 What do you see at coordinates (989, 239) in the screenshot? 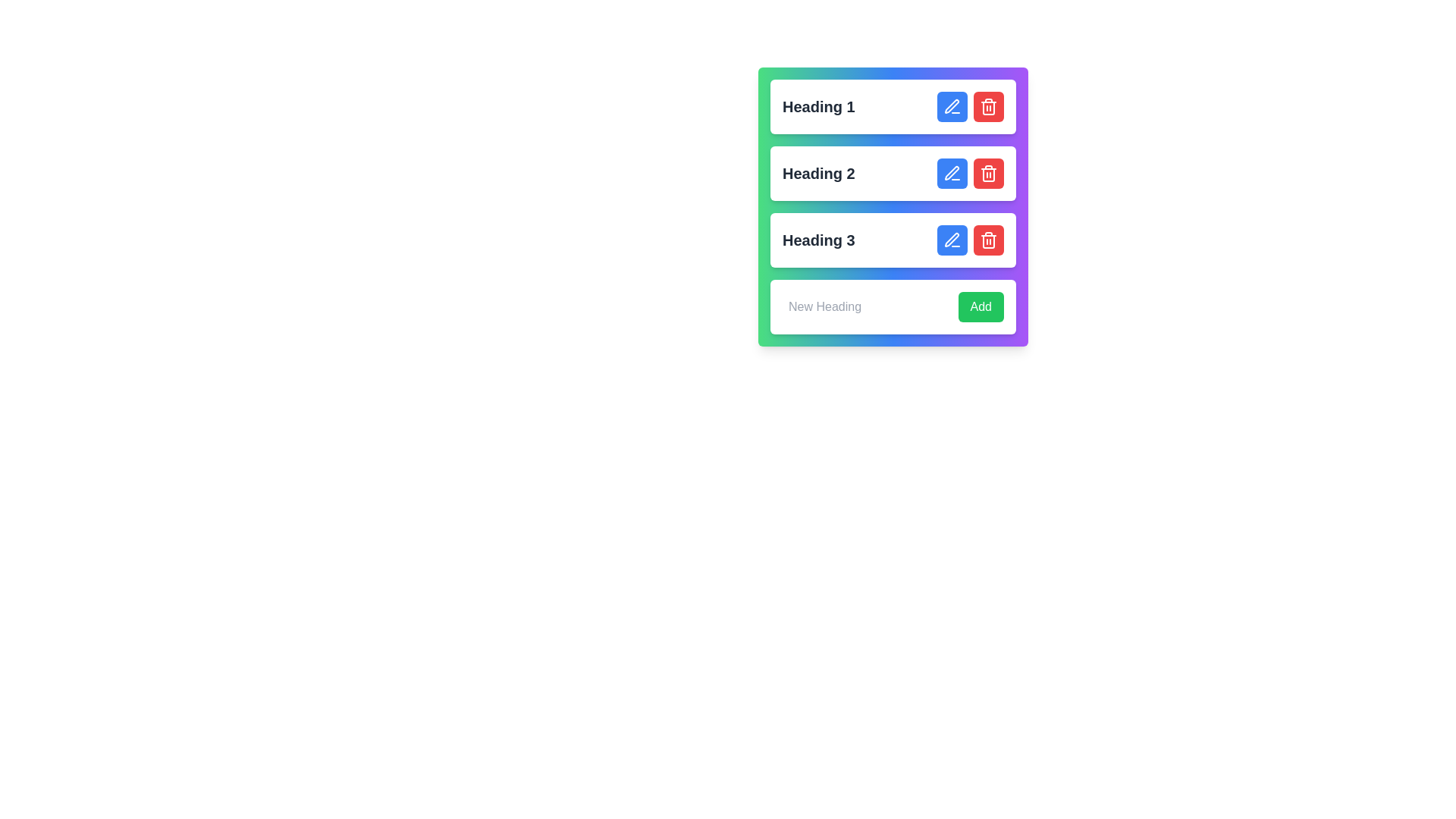
I see `the delete button located on the far right side of the controls for 'Heading 3'` at bounding box center [989, 239].